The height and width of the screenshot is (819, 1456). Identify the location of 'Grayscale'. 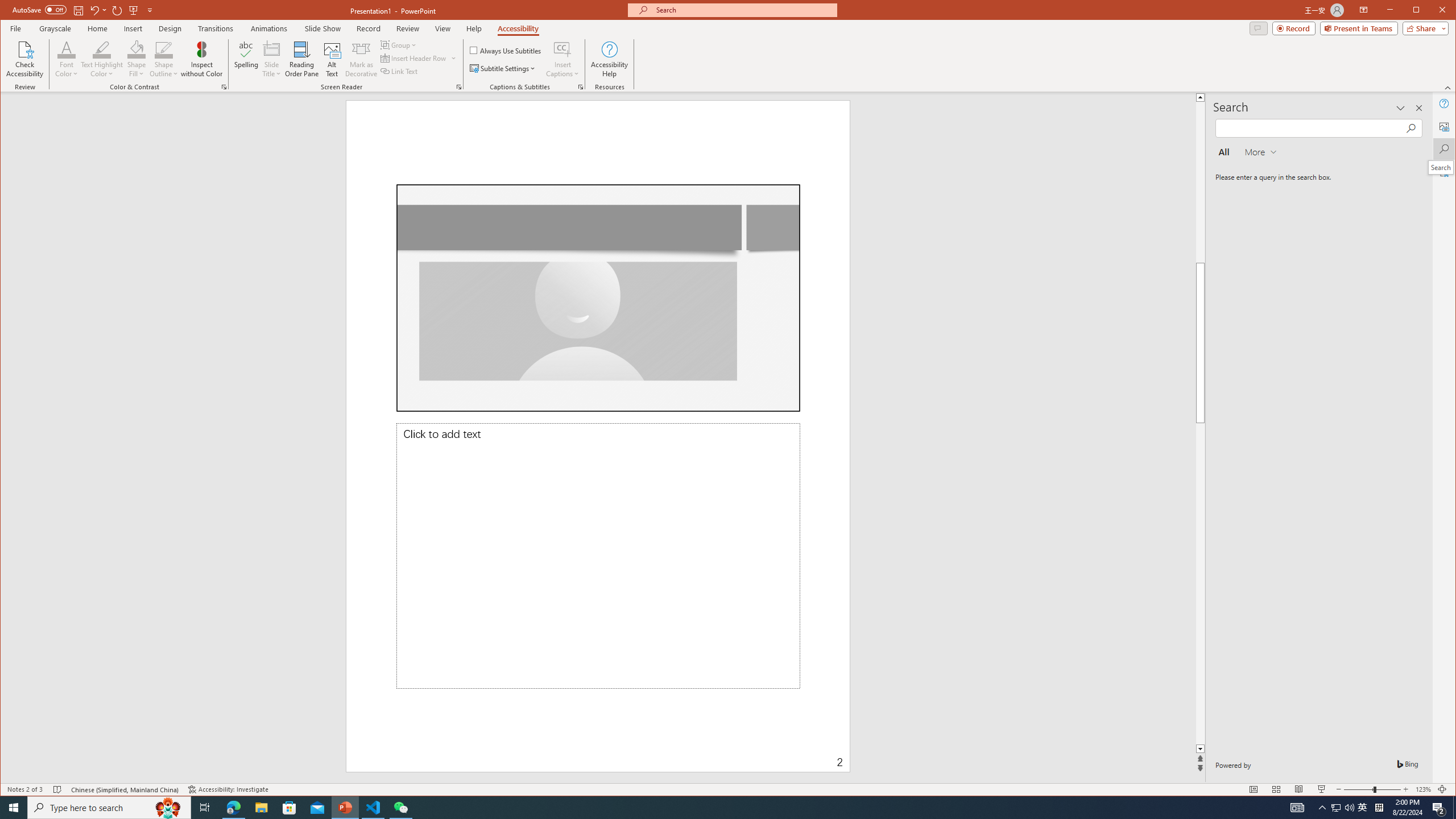
(55, 28).